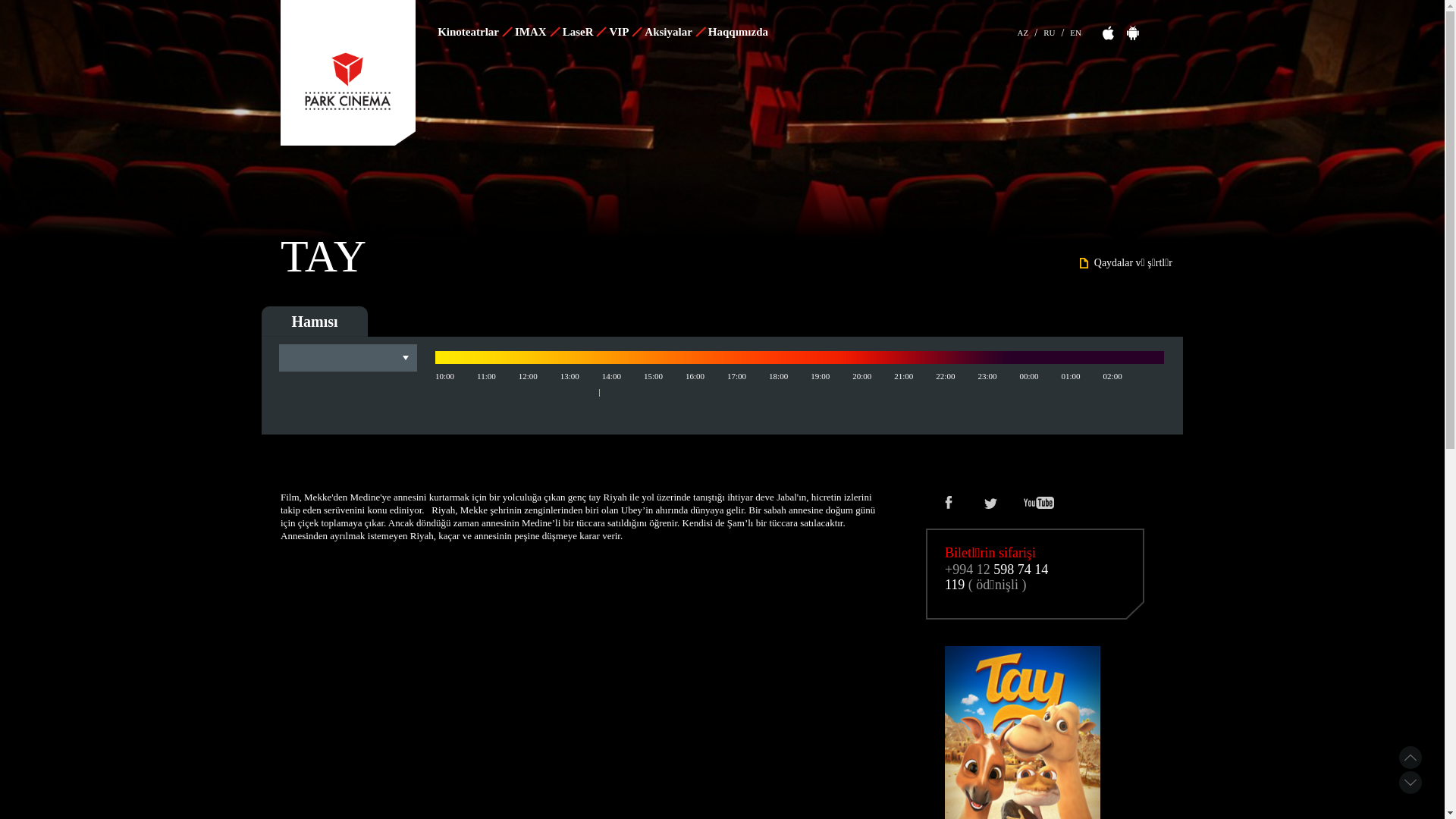 The width and height of the screenshot is (1456, 819). I want to click on 'VIP', so click(624, 32).